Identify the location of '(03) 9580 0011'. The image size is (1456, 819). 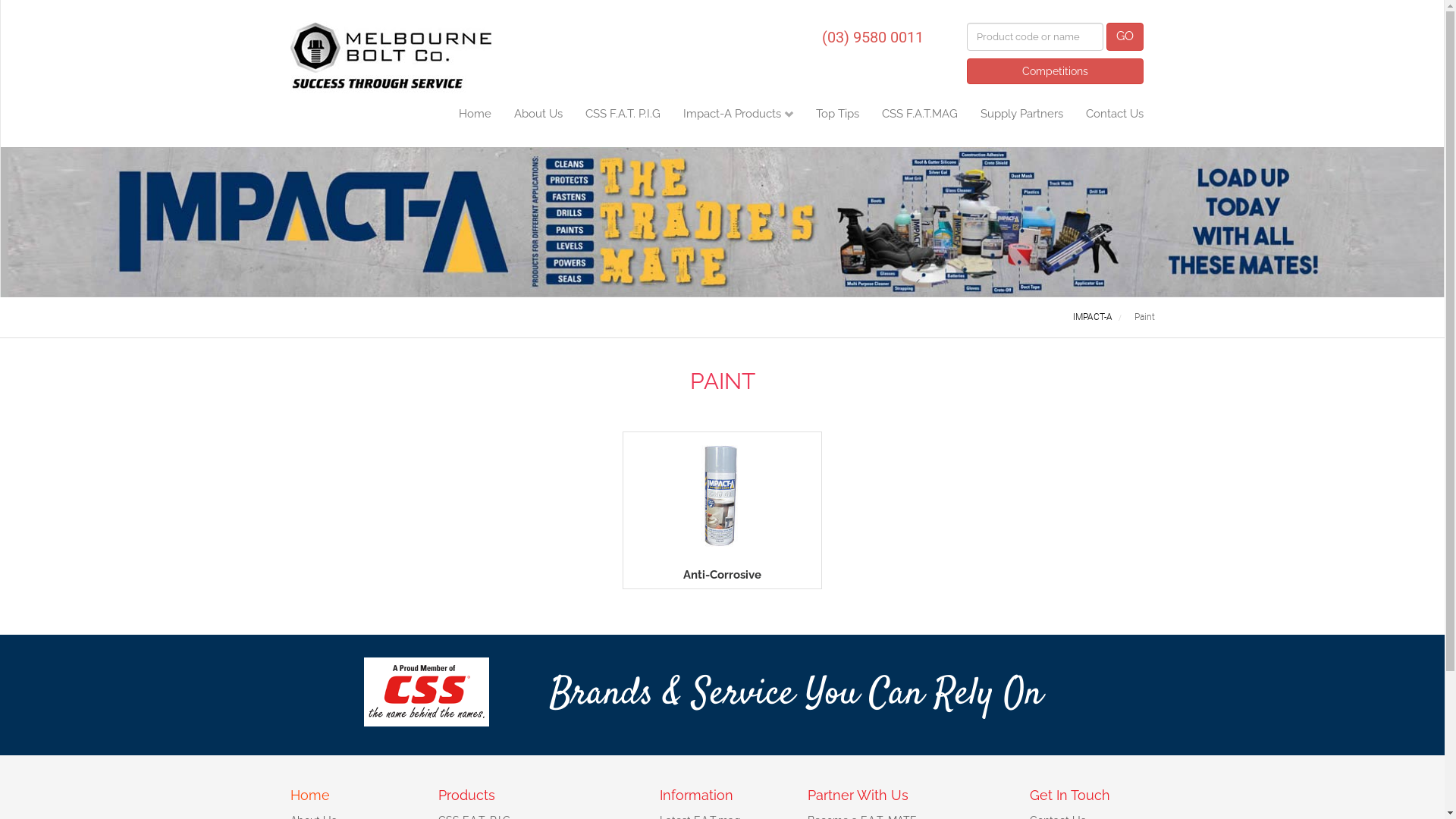
(873, 34).